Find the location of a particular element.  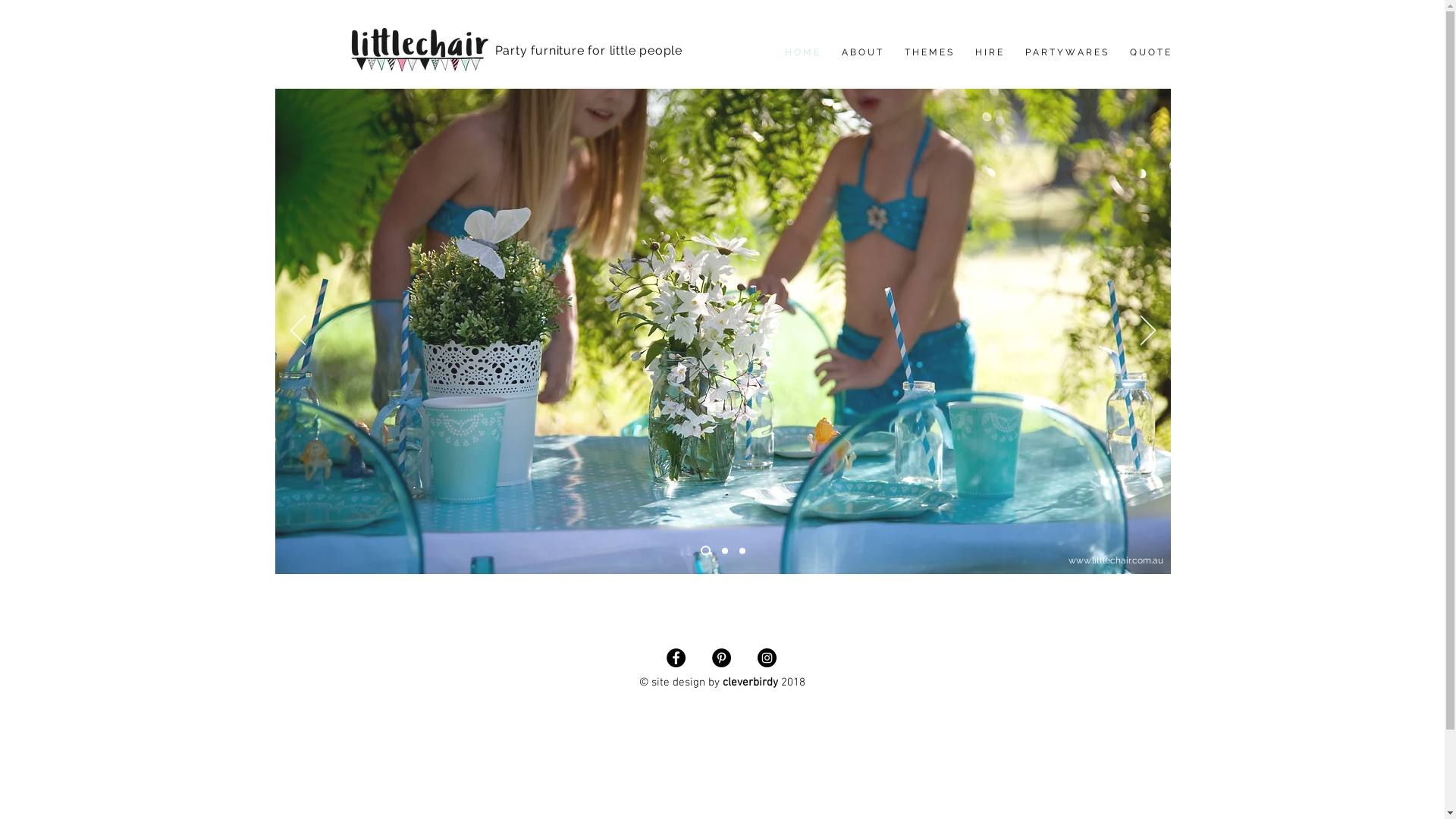

'H O M E' is located at coordinates (801, 52).